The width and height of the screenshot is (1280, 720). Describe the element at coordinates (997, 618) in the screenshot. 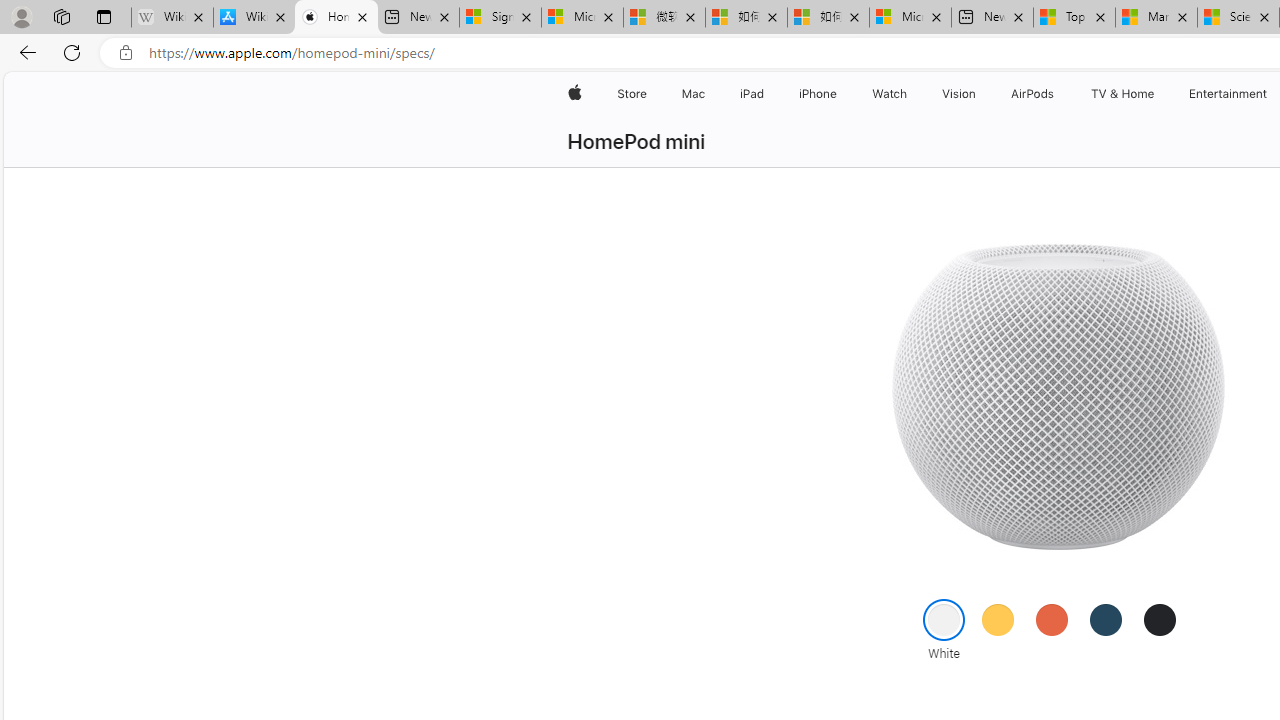

I see `'Yellow'` at that location.